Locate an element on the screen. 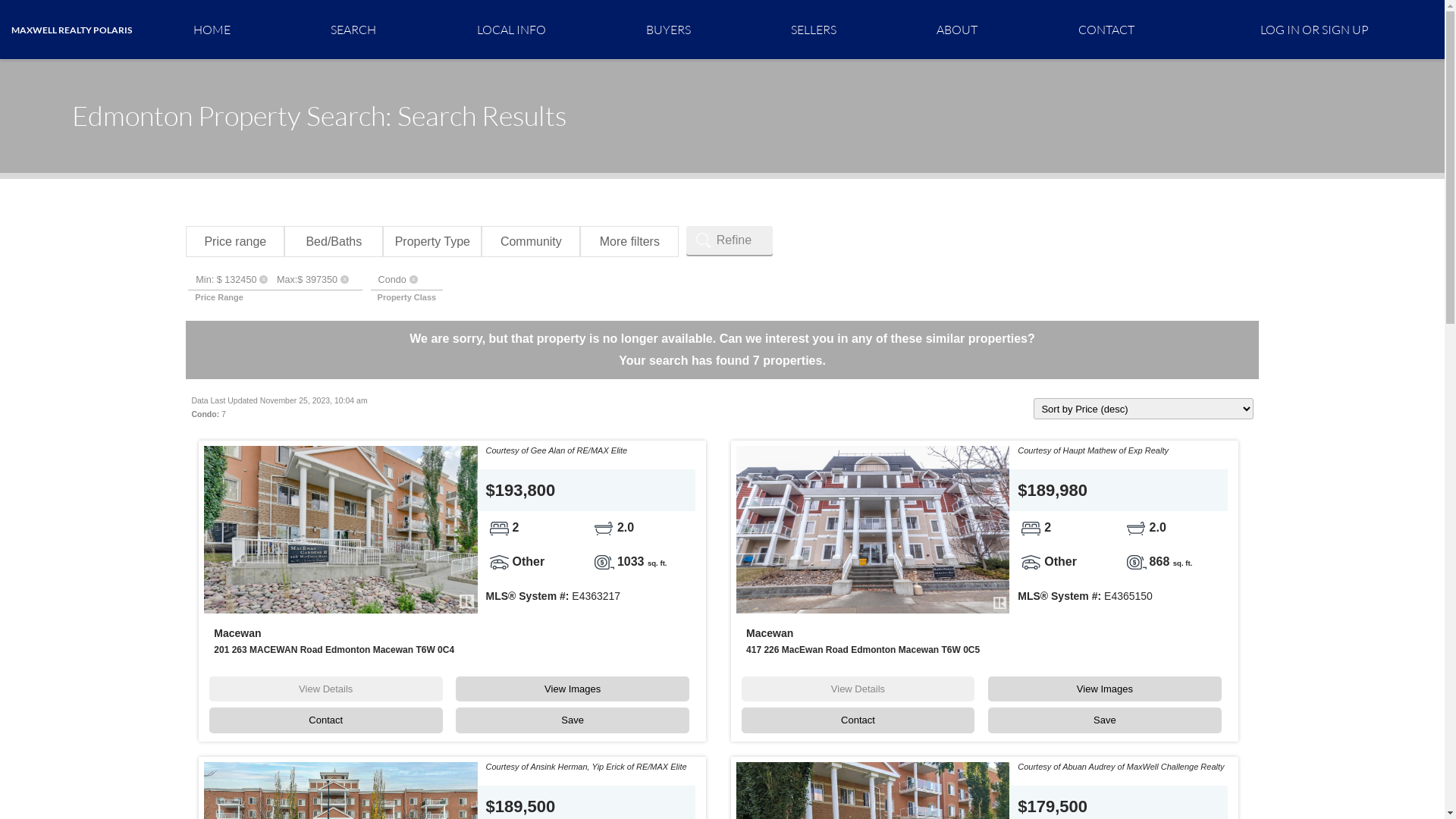 The image size is (1456, 819). 'LOG IN OR SIGN UP' is located at coordinates (1313, 29).